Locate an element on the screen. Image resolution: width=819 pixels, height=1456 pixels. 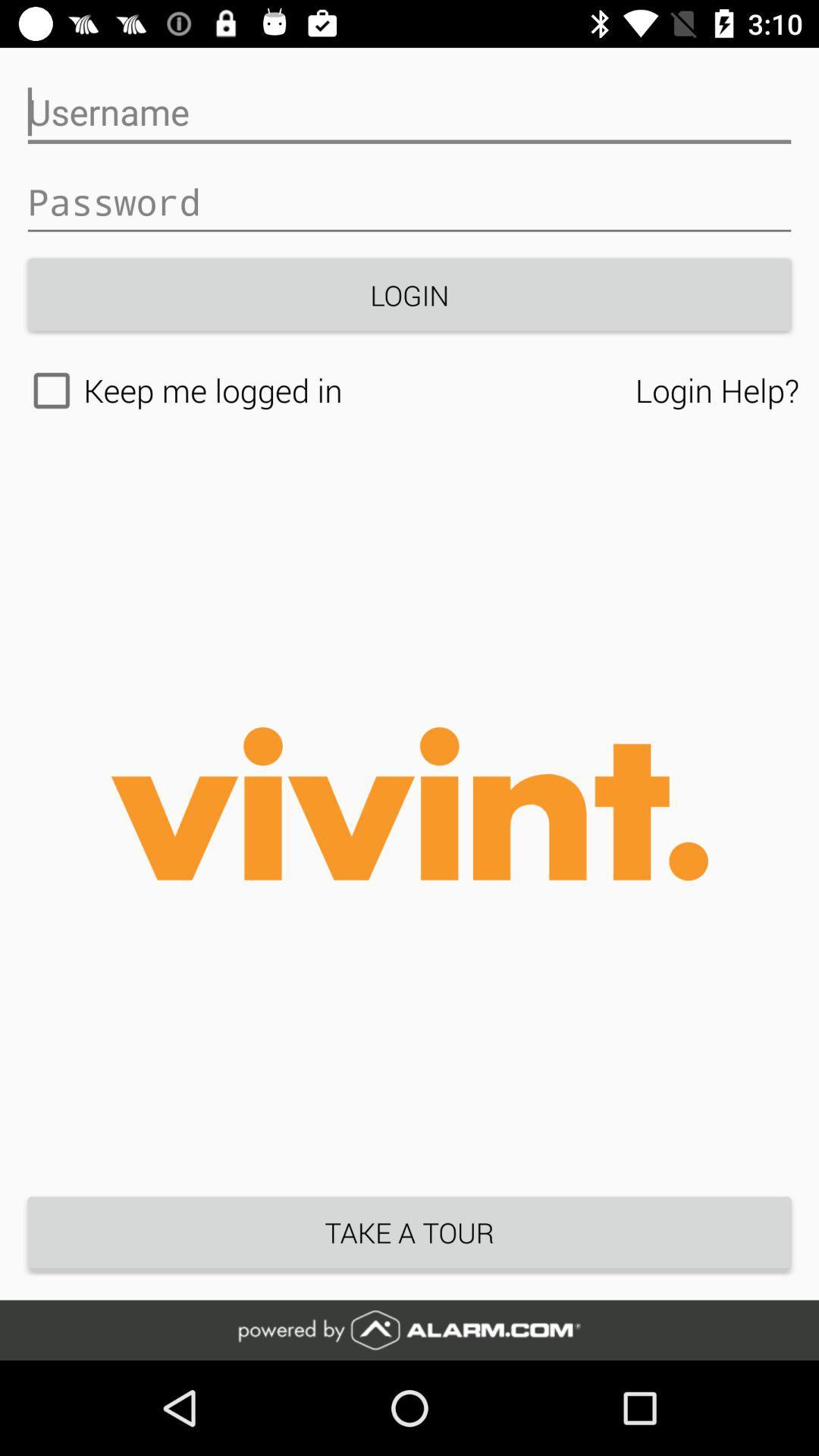
login help? icon is located at coordinates (717, 390).